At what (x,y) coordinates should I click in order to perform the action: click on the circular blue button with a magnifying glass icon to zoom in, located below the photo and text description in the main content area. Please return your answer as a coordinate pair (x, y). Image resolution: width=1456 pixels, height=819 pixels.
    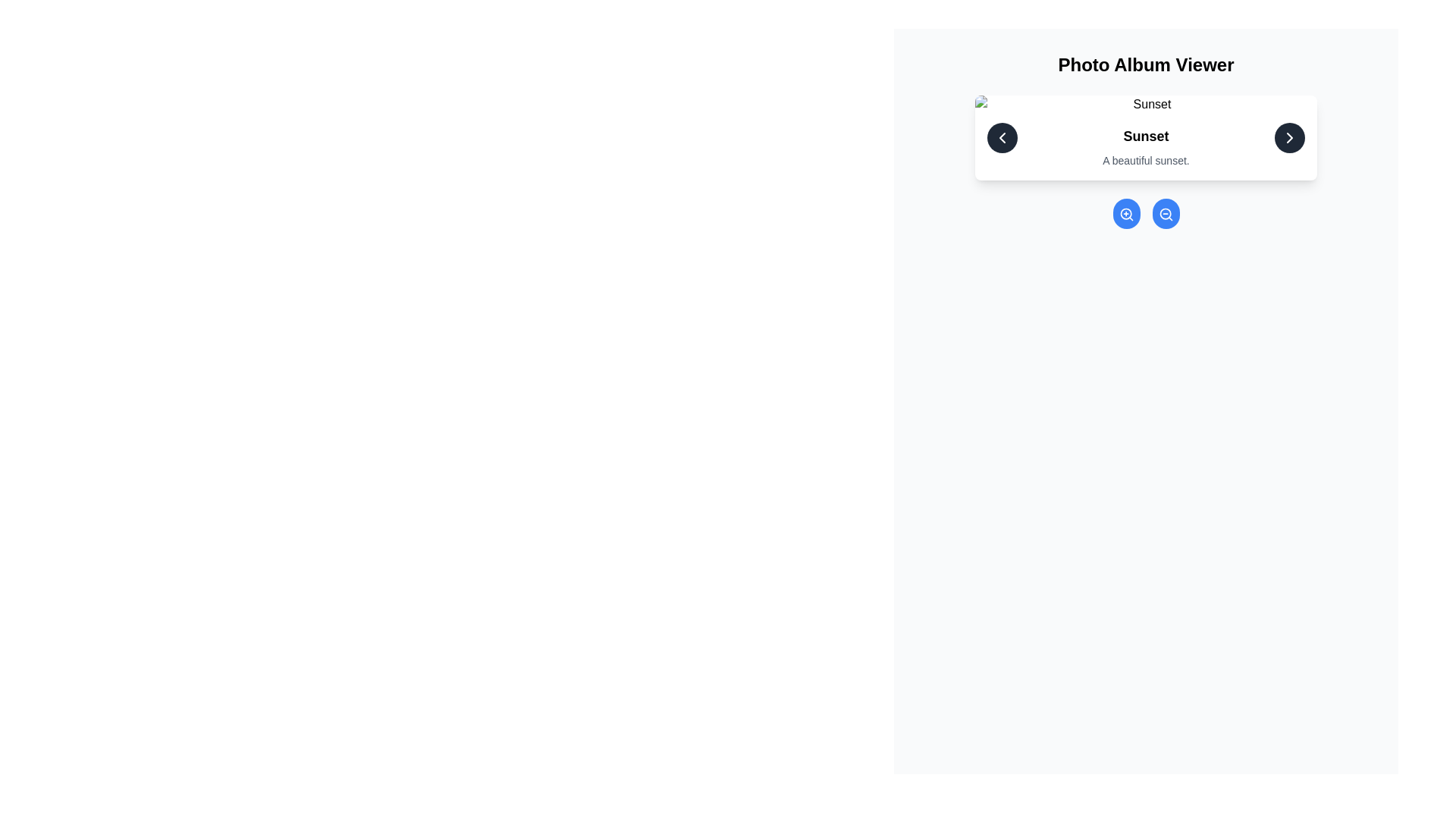
    Looking at the image, I should click on (1126, 213).